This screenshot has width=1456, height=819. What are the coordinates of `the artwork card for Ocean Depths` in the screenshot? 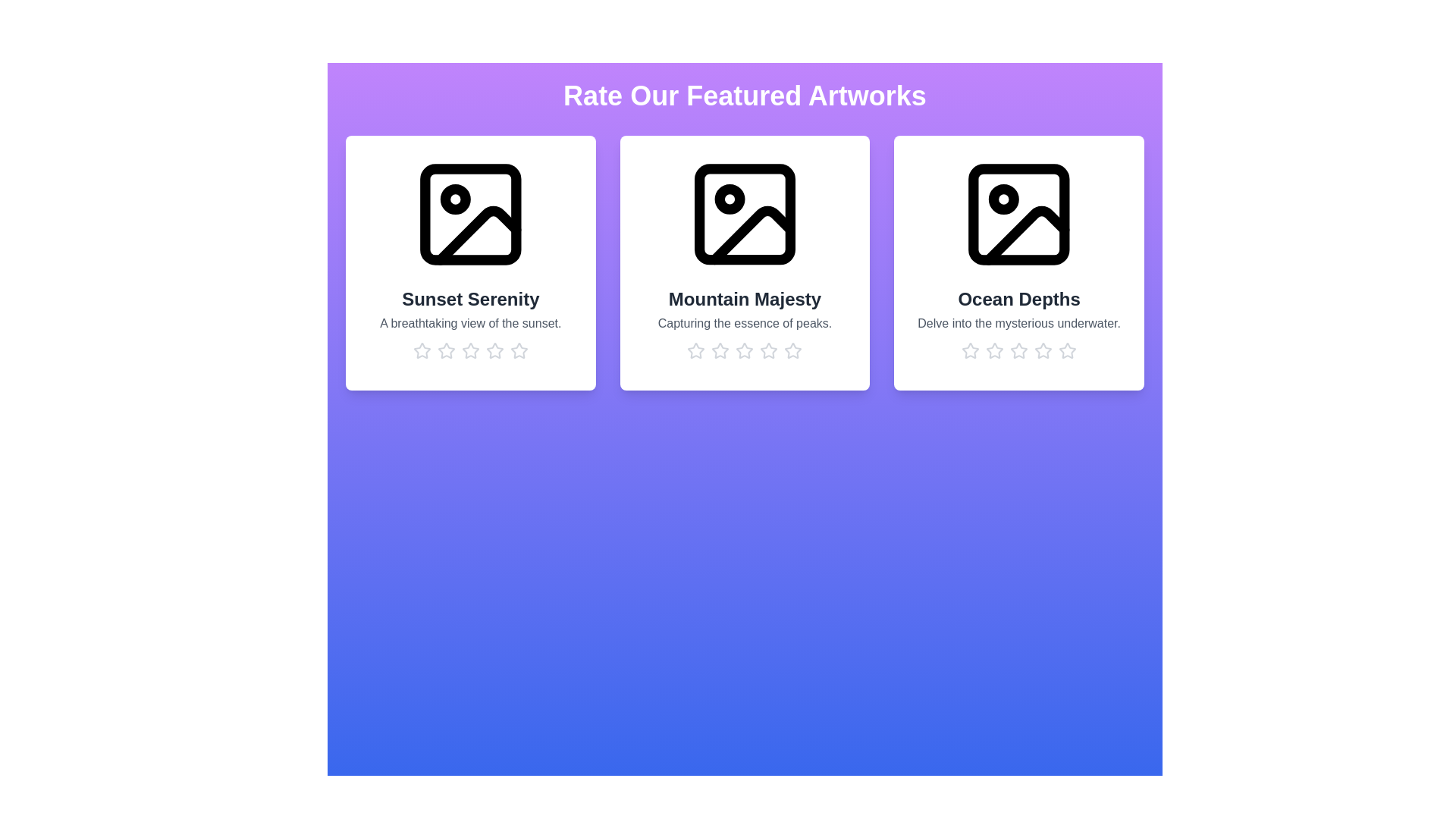 It's located at (1019, 262).